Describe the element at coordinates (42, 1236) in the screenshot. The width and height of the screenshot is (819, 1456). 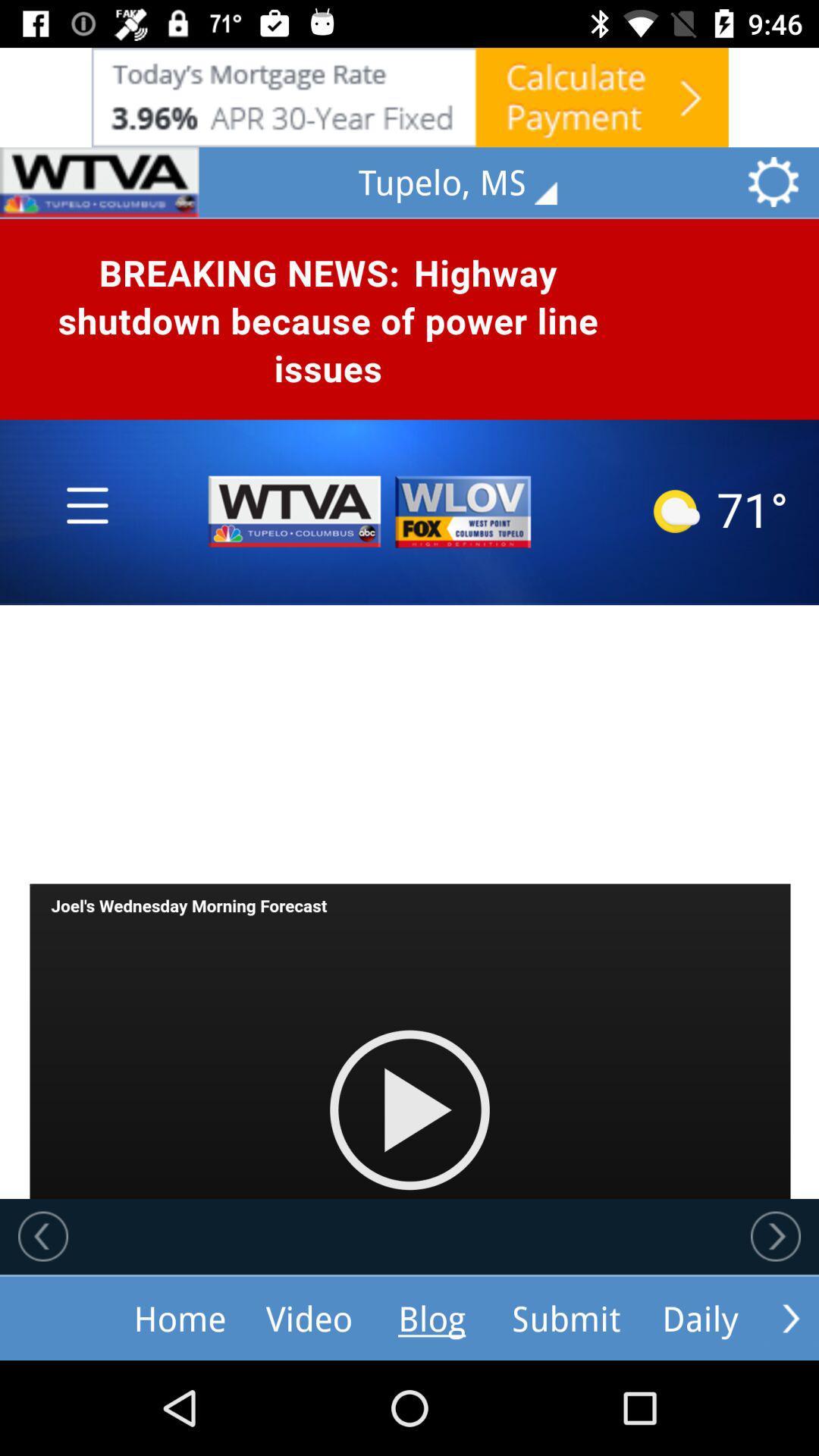
I see `back option` at that location.